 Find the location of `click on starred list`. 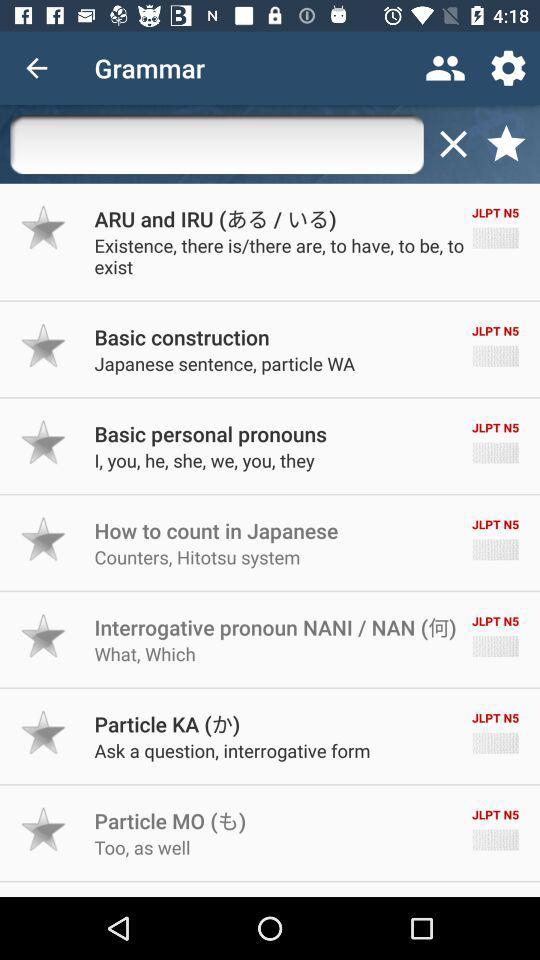

click on starred list is located at coordinates (505, 143).